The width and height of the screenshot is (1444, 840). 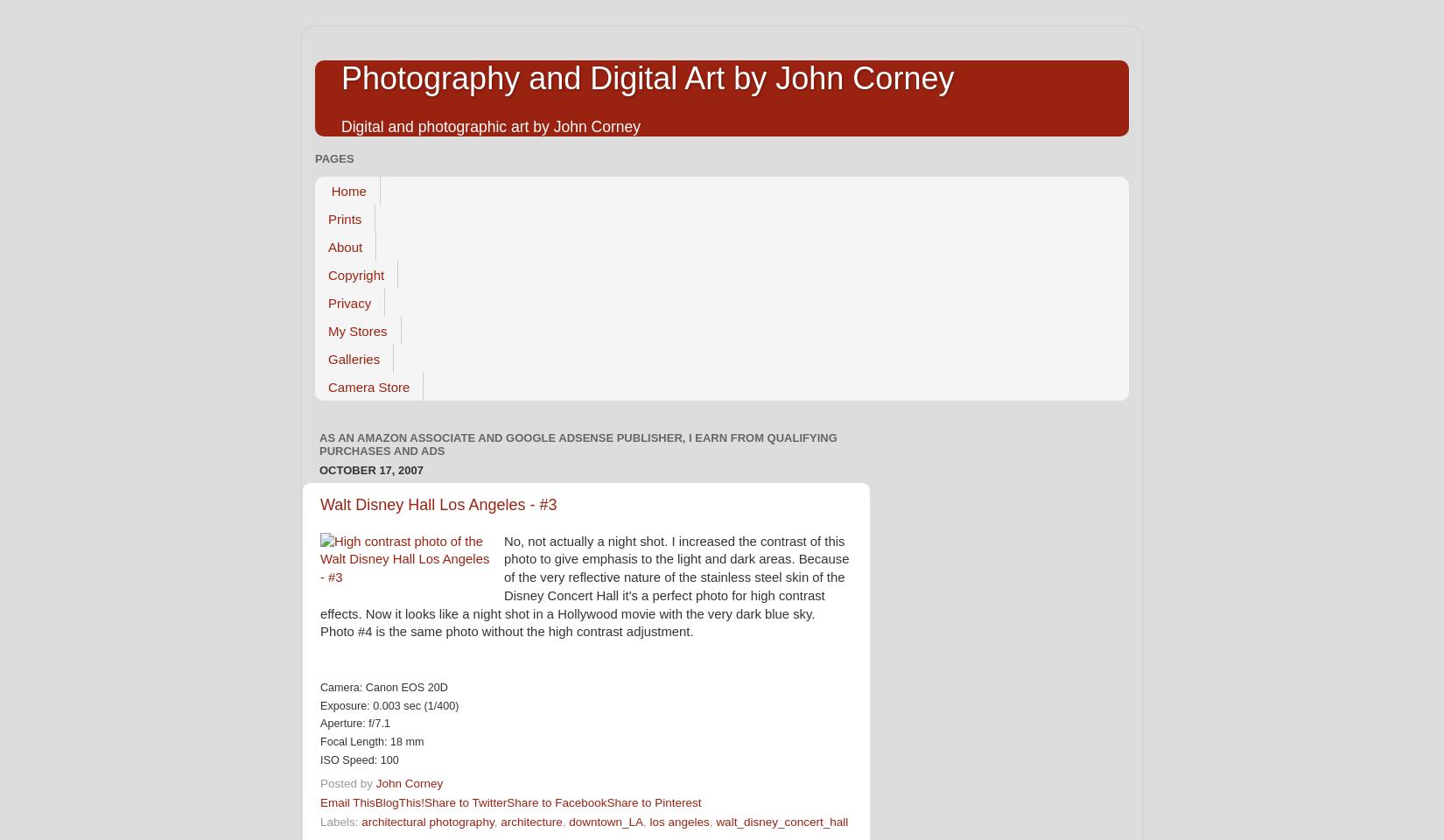 What do you see at coordinates (556, 802) in the screenshot?
I see `'Share to Facebook'` at bounding box center [556, 802].